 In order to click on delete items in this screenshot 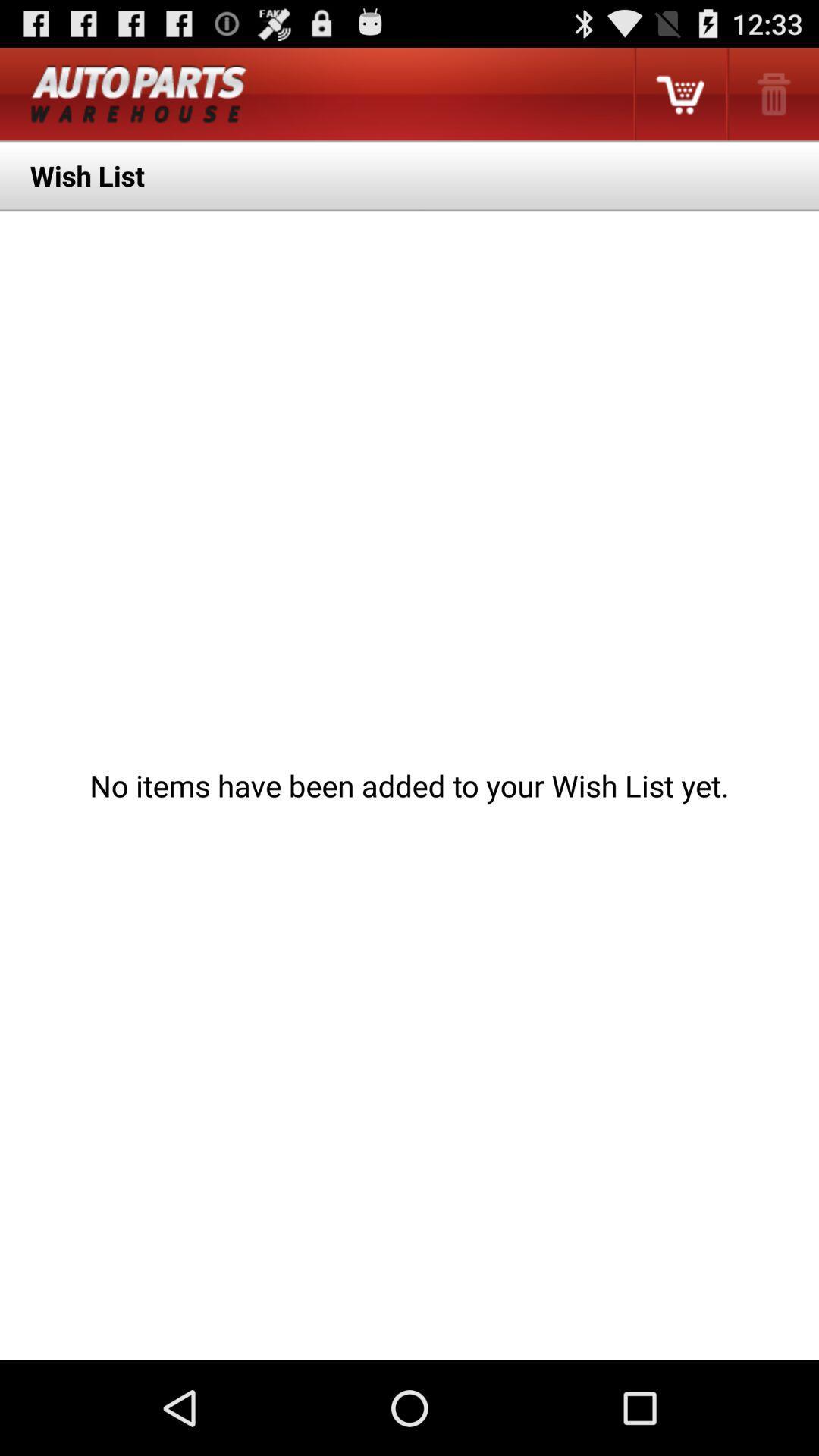, I will do `click(772, 93)`.